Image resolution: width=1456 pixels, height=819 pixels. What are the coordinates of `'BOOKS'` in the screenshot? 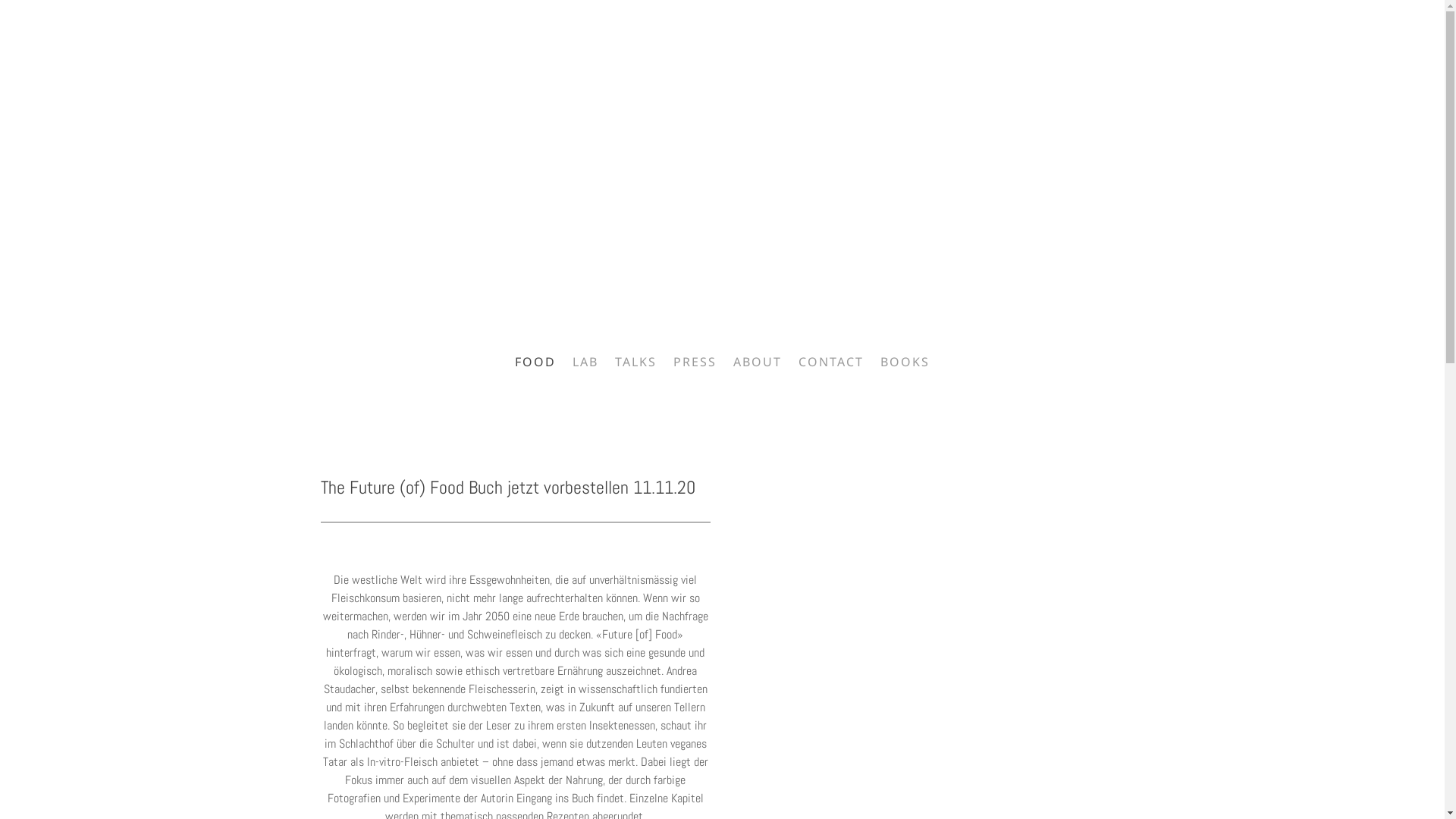 It's located at (905, 362).